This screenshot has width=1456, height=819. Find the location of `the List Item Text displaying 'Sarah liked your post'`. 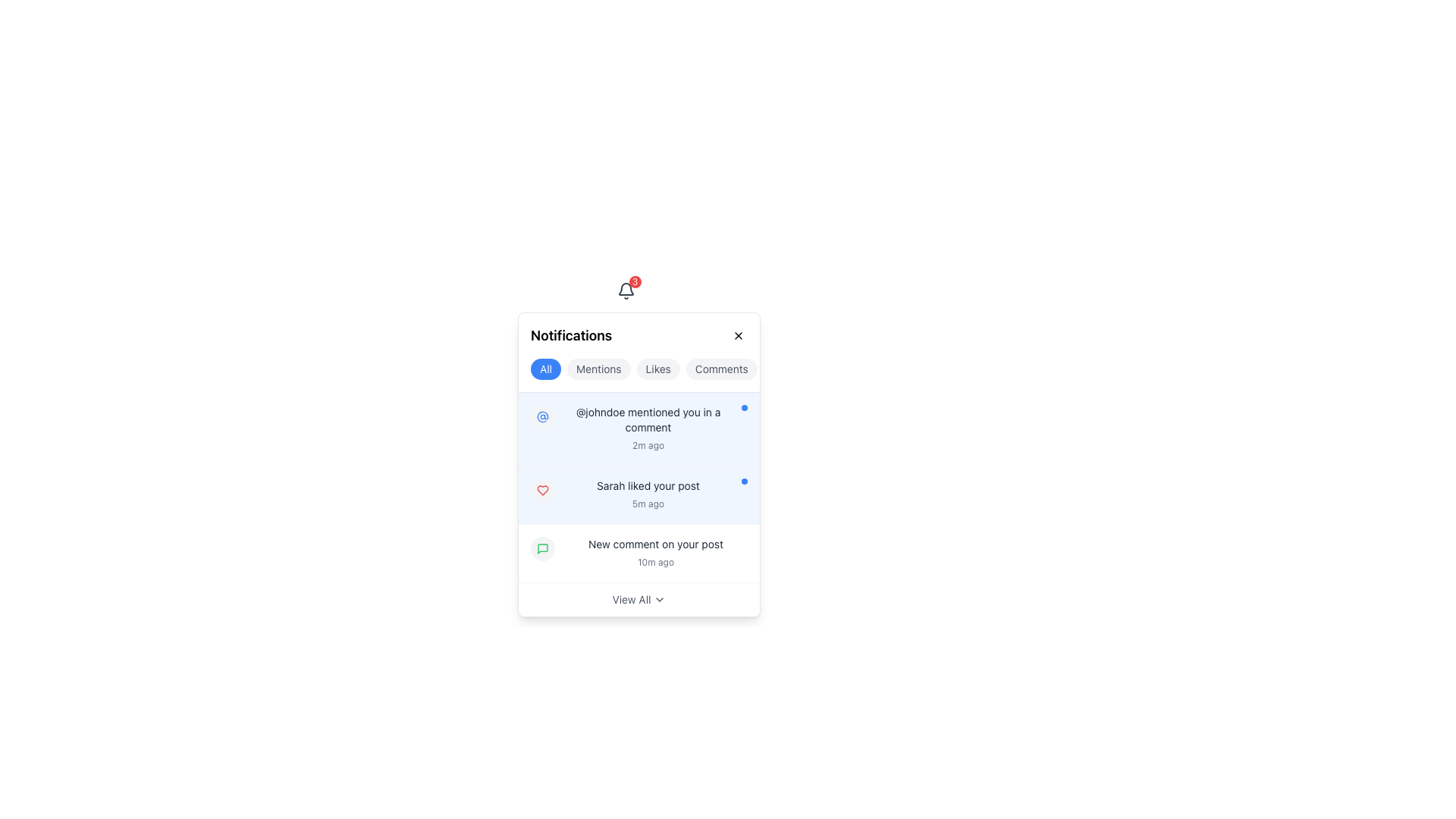

the List Item Text displaying 'Sarah liked your post' is located at coordinates (648, 494).